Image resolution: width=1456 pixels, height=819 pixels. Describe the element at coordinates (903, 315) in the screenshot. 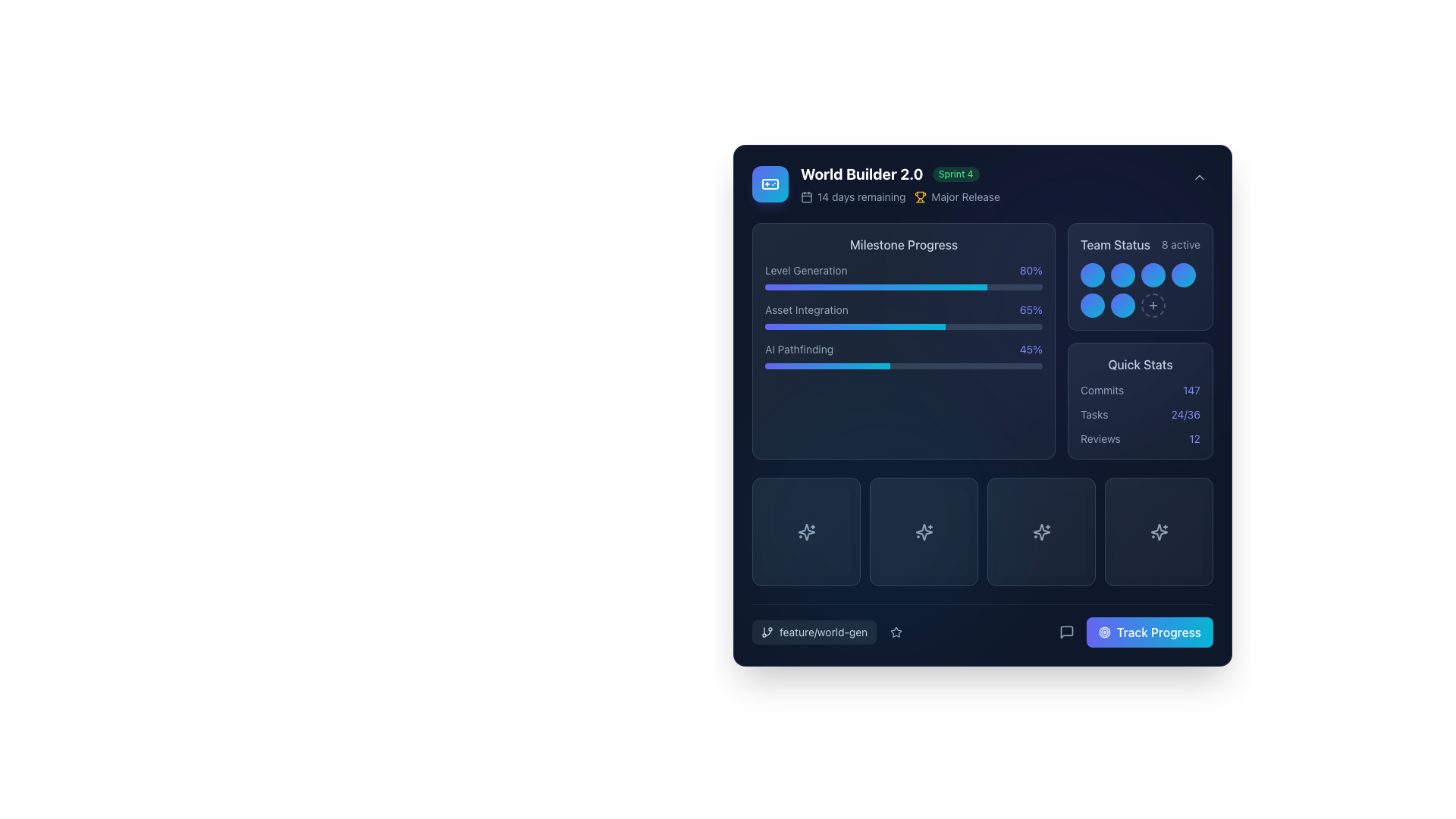

I see `progress label and percentage of the progress bar labeled 'Asset Integration' which shows '65%'` at that location.